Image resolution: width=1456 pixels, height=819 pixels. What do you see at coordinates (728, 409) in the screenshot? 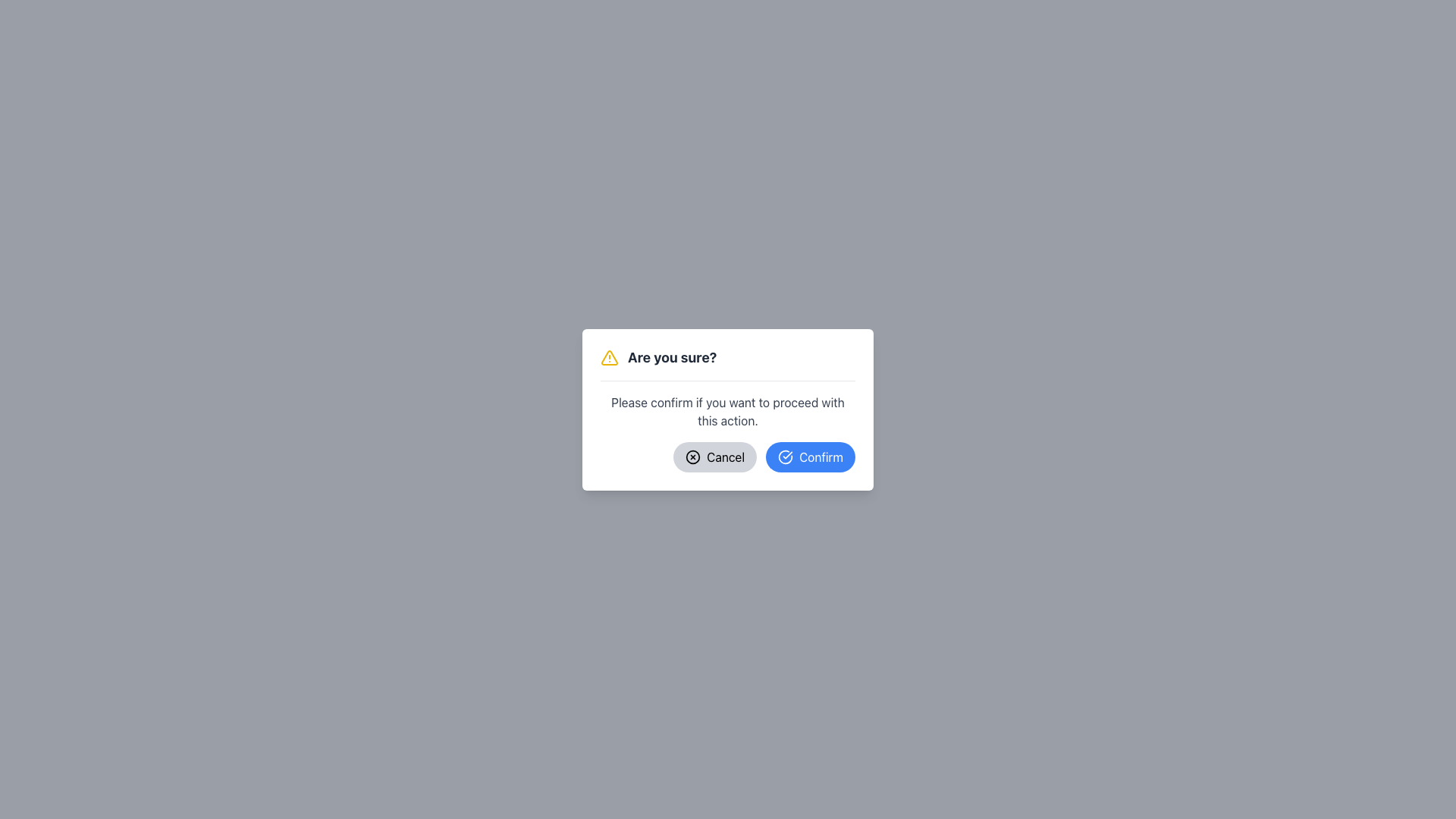
I see `message content of the modal dialog box that prompts 'Are you sure?' and 'Please confirm if you want to proceed with this action.'` at bounding box center [728, 409].